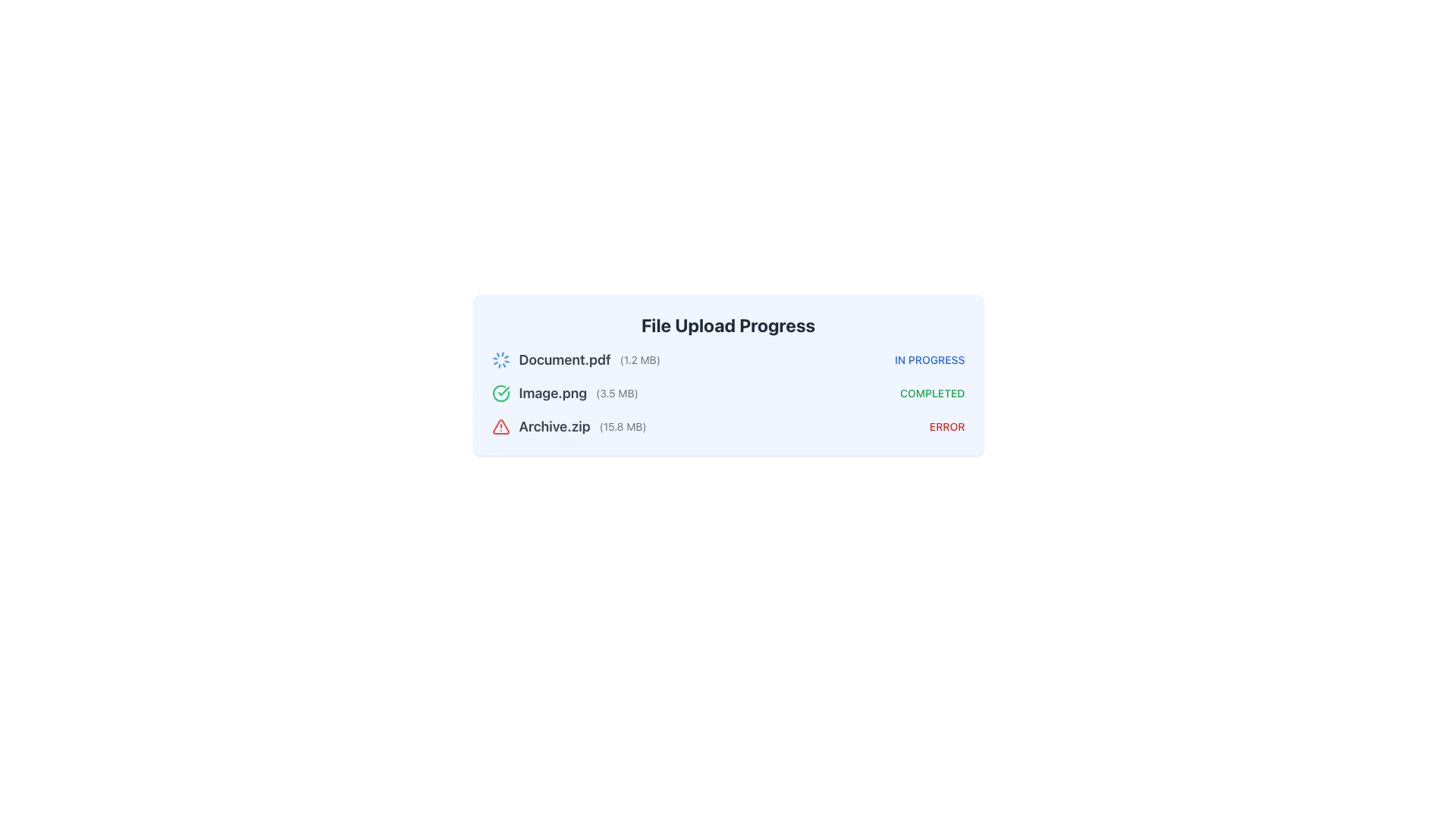  Describe the element at coordinates (728, 393) in the screenshot. I see `file name from the File Upload Status Entry located in the second row of the upload statuses, positioned between 'Document.pdf (1.2 MB)' and 'Archive.zip (15.8 MB)'` at that location.